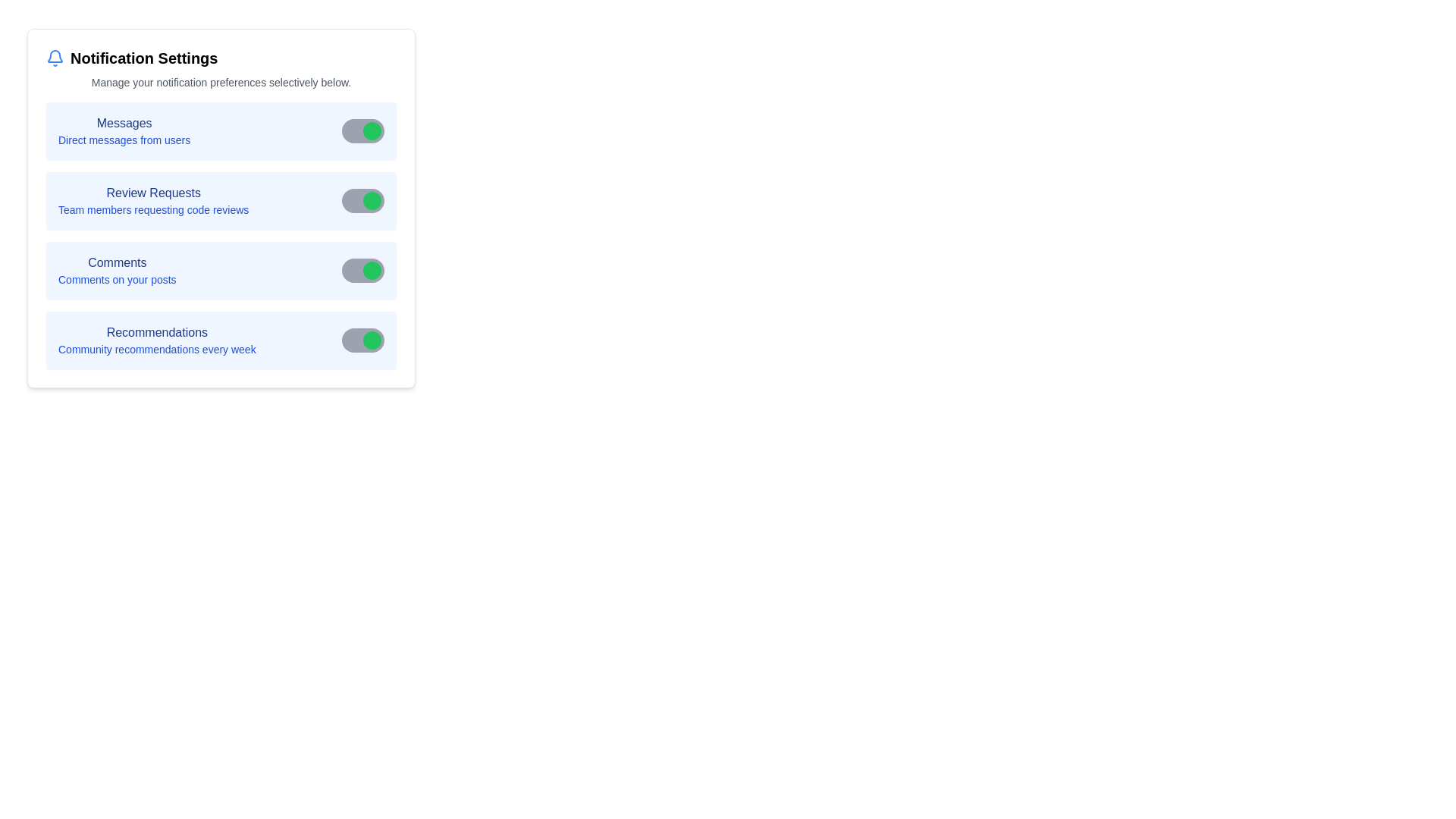  I want to click on the Text Label that describes the type of notifications for team members requesting code reviews, located beneath the 'Review Requests' heading, so click(153, 210).